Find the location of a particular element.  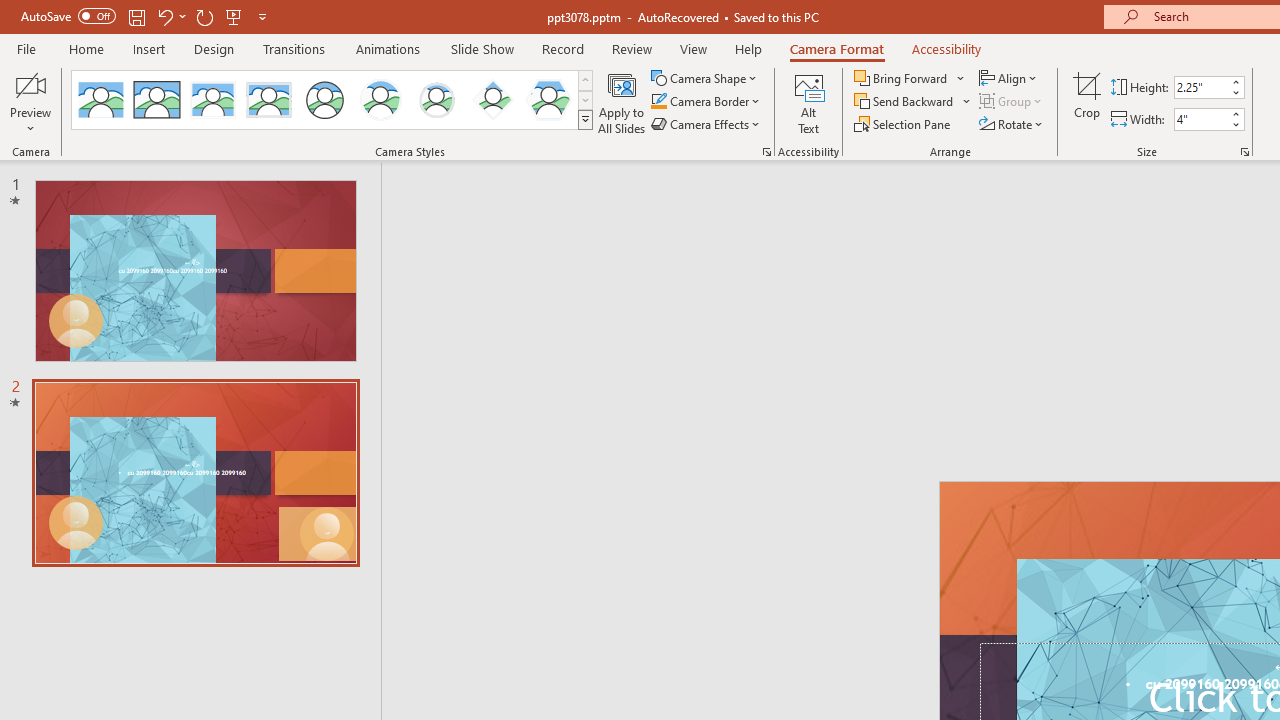

'Simple Frame Rectangle' is located at coordinates (156, 100).